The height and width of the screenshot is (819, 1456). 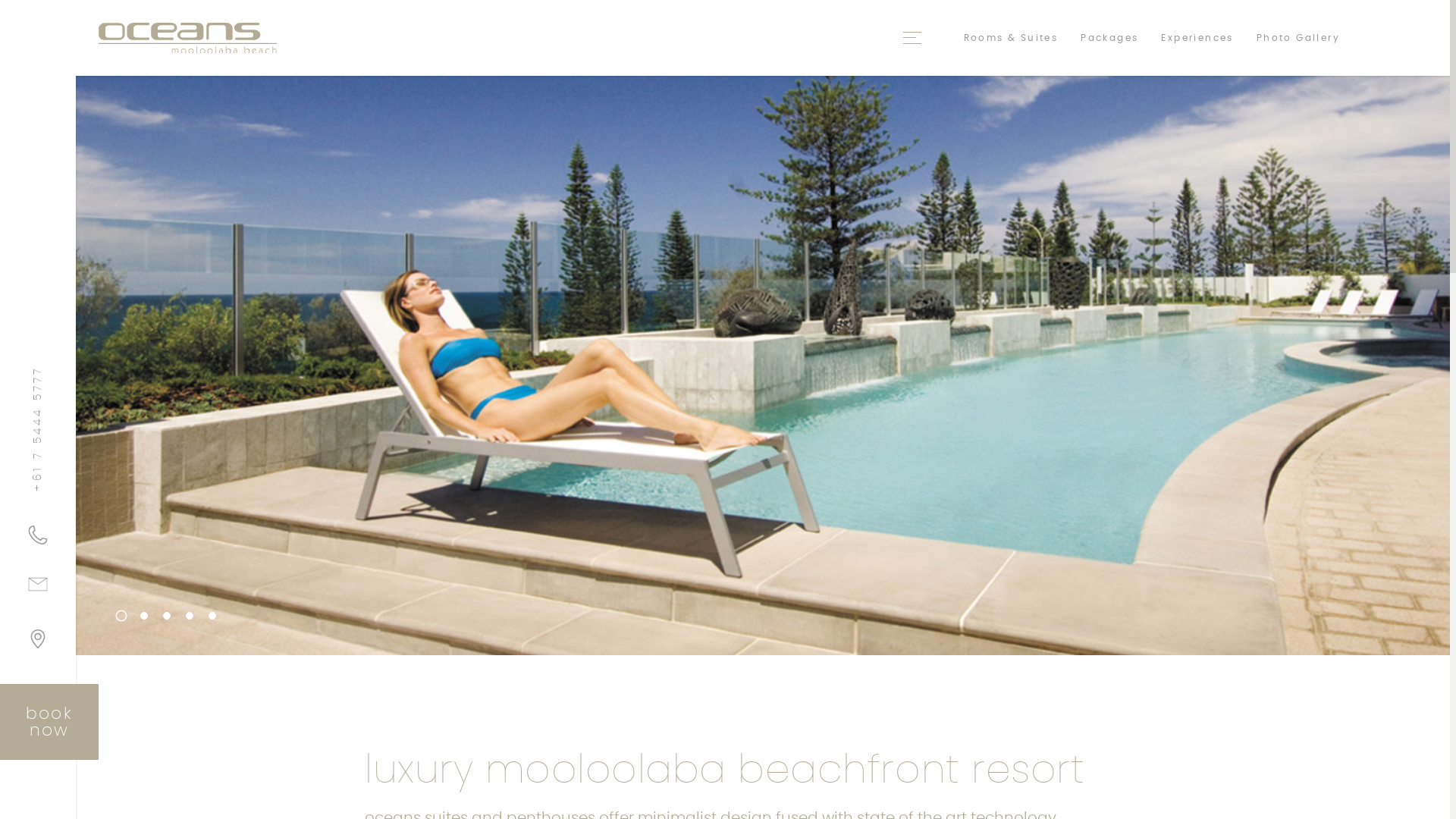 What do you see at coordinates (211, 616) in the screenshot?
I see `'5'` at bounding box center [211, 616].